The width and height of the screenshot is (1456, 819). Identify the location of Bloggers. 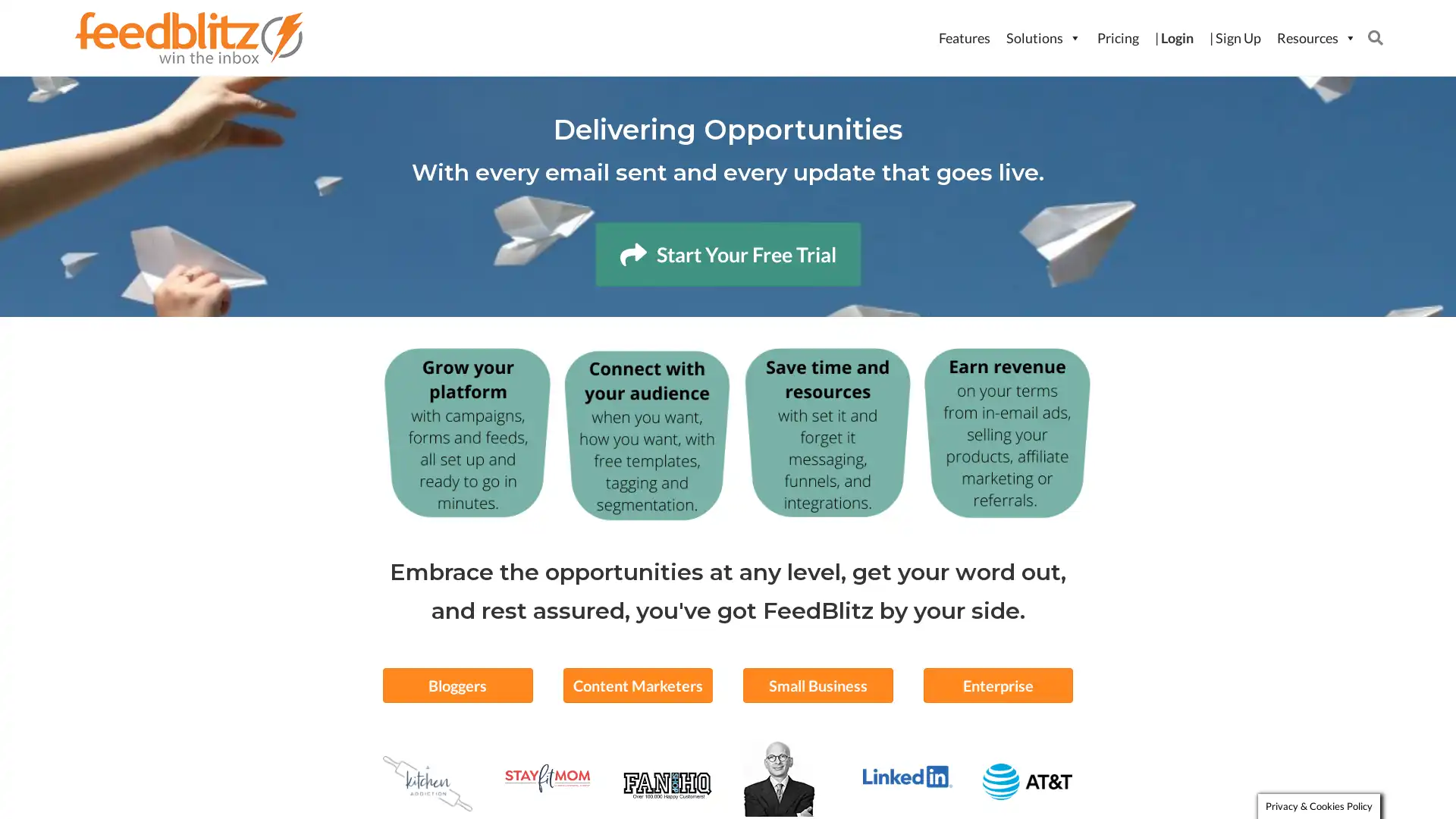
(457, 684).